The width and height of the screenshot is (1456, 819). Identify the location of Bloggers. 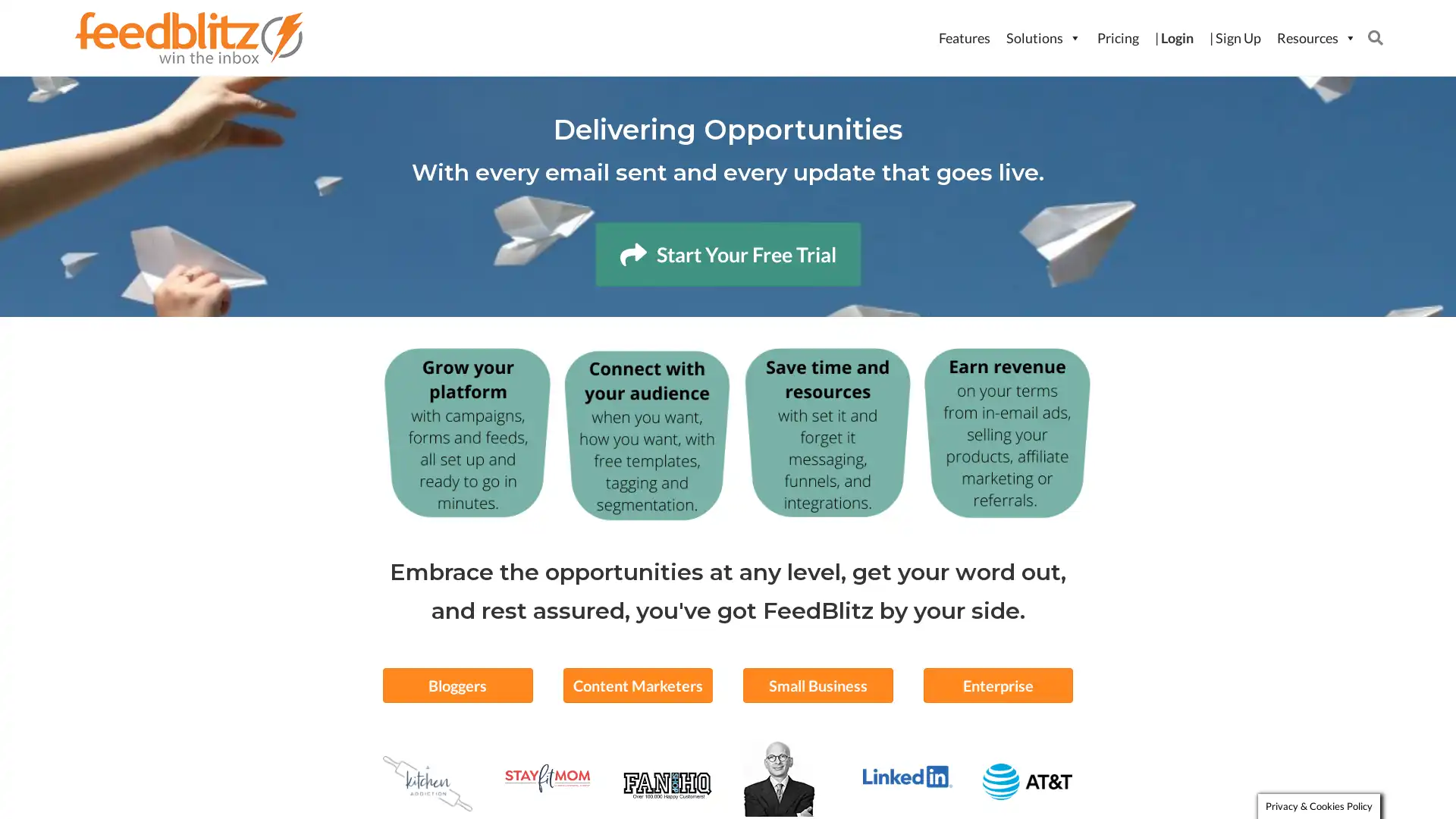
(457, 684).